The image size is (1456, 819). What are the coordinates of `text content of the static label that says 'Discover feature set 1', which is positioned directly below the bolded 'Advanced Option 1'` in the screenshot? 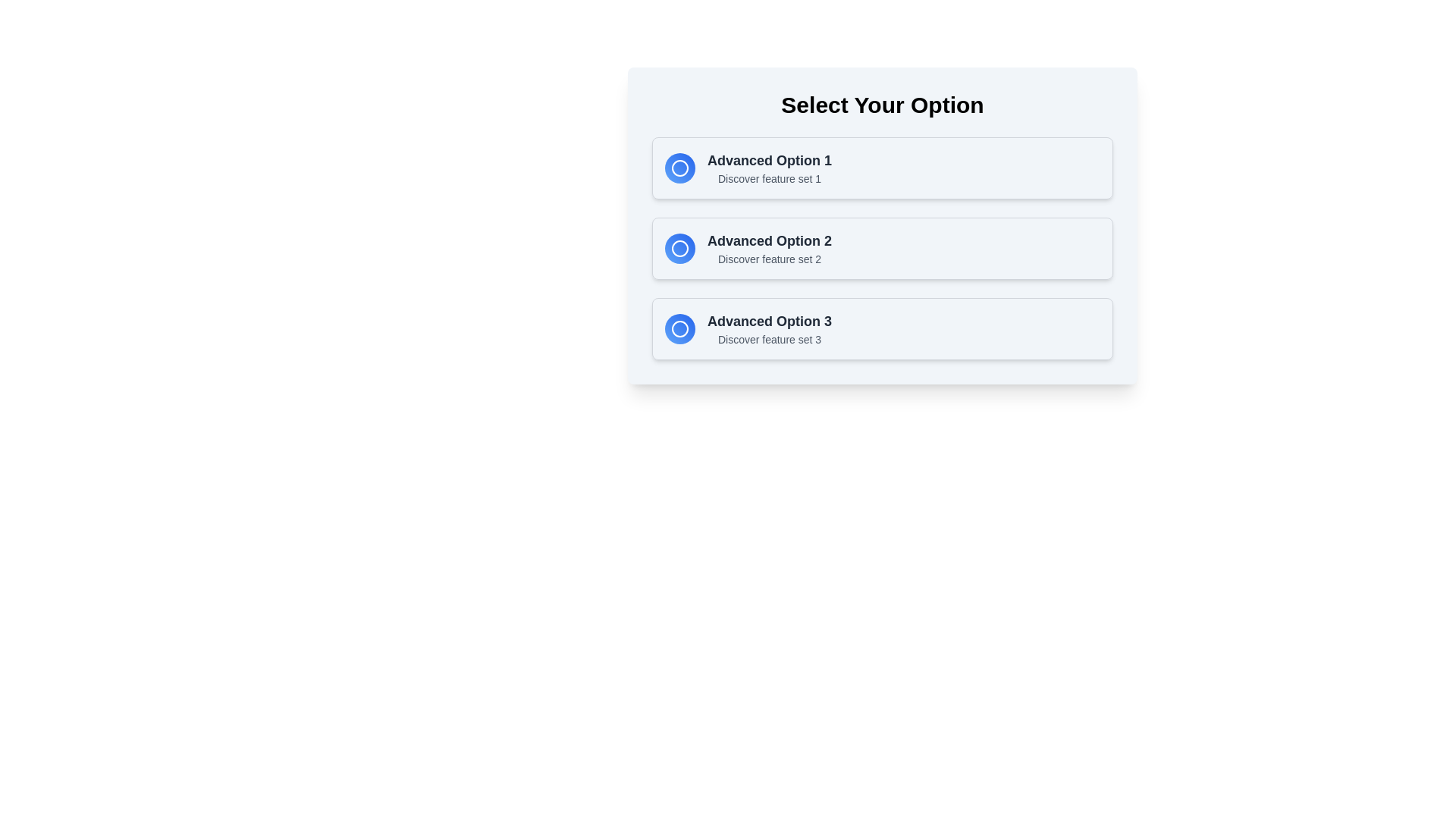 It's located at (770, 177).